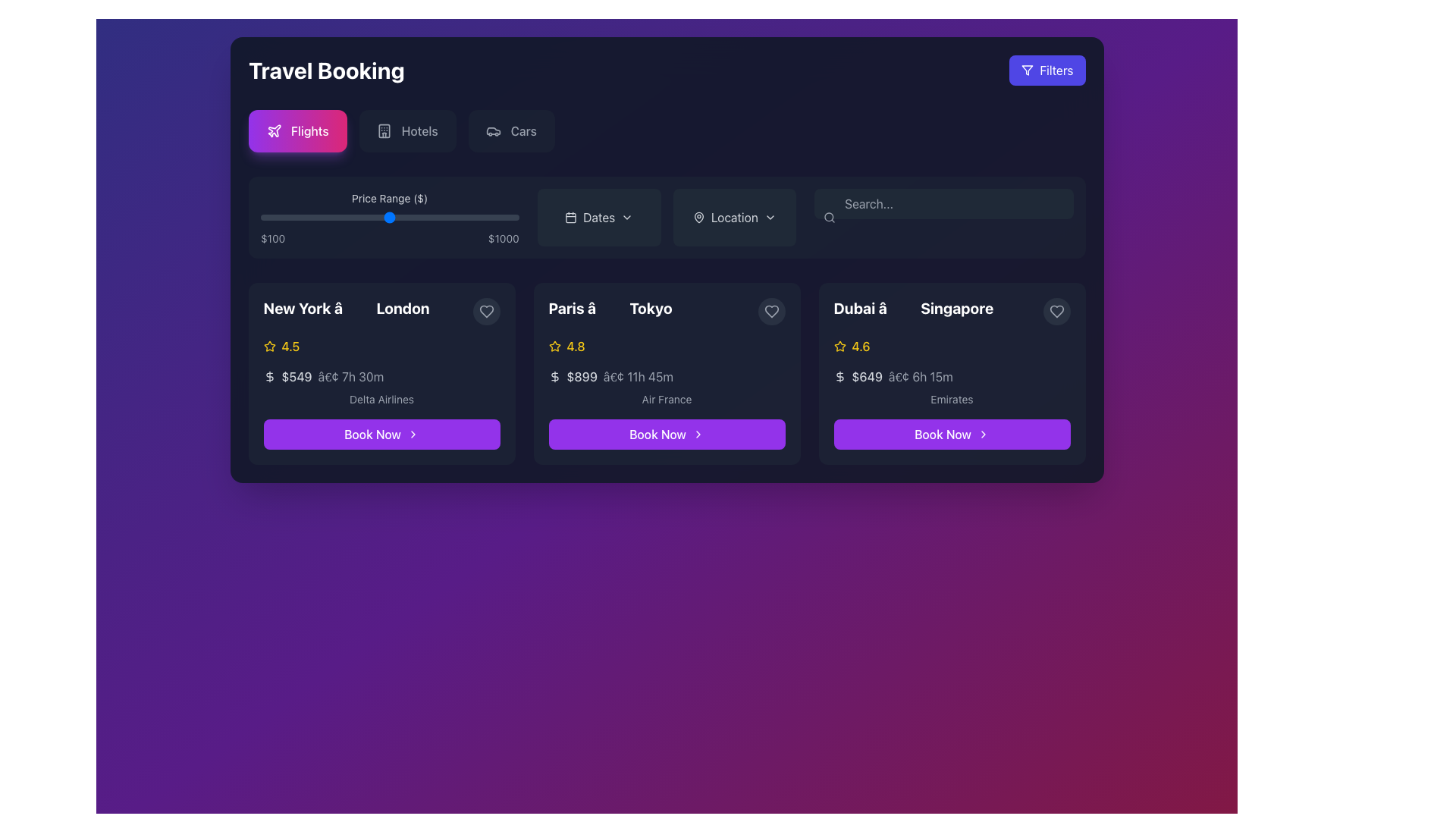  I want to click on price and estimated travel duration information located in the upper section of the middle card, beneath the destination titles 'Paris' and 'Tokyo', and above the airline information 'Air France', so click(667, 376).